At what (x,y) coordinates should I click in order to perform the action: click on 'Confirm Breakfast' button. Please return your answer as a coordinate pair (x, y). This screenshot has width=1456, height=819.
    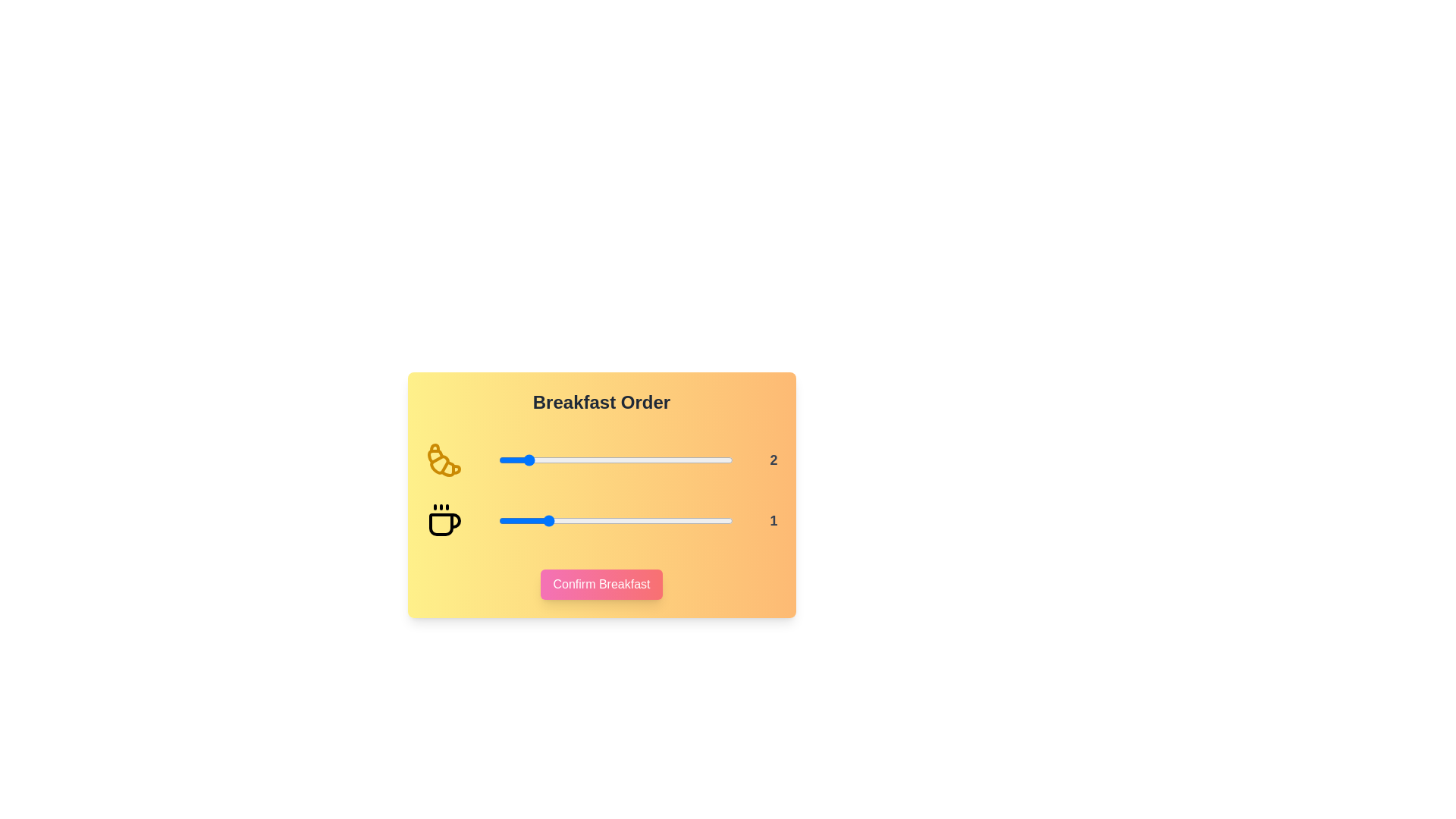
    Looking at the image, I should click on (601, 584).